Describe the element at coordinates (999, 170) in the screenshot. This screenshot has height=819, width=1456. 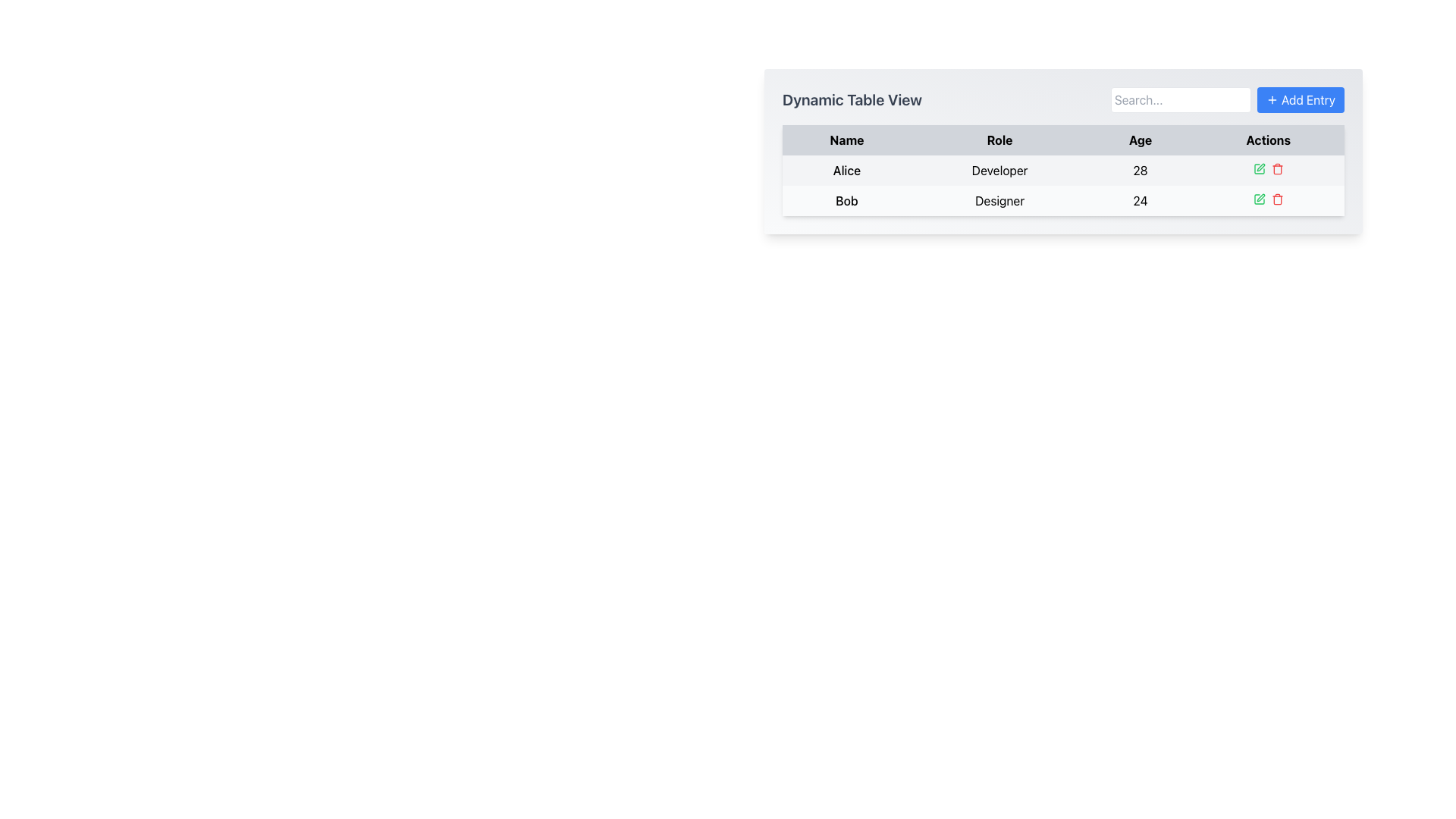
I see `the 'Developer' text label located in the second column of the first row in the table under the 'Role' column` at that location.